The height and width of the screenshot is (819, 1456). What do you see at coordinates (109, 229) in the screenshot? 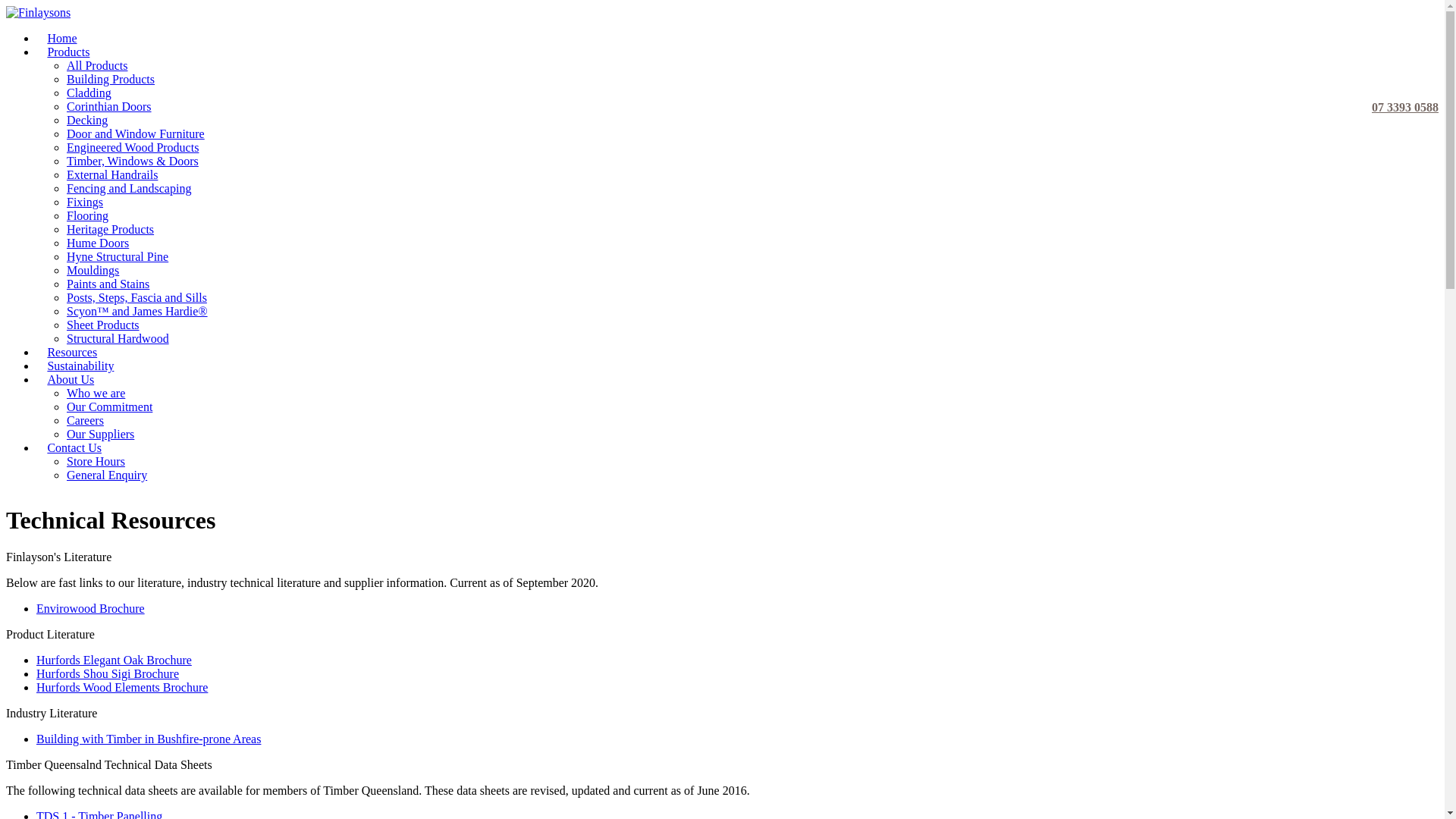
I see `'Heritage Products'` at bounding box center [109, 229].